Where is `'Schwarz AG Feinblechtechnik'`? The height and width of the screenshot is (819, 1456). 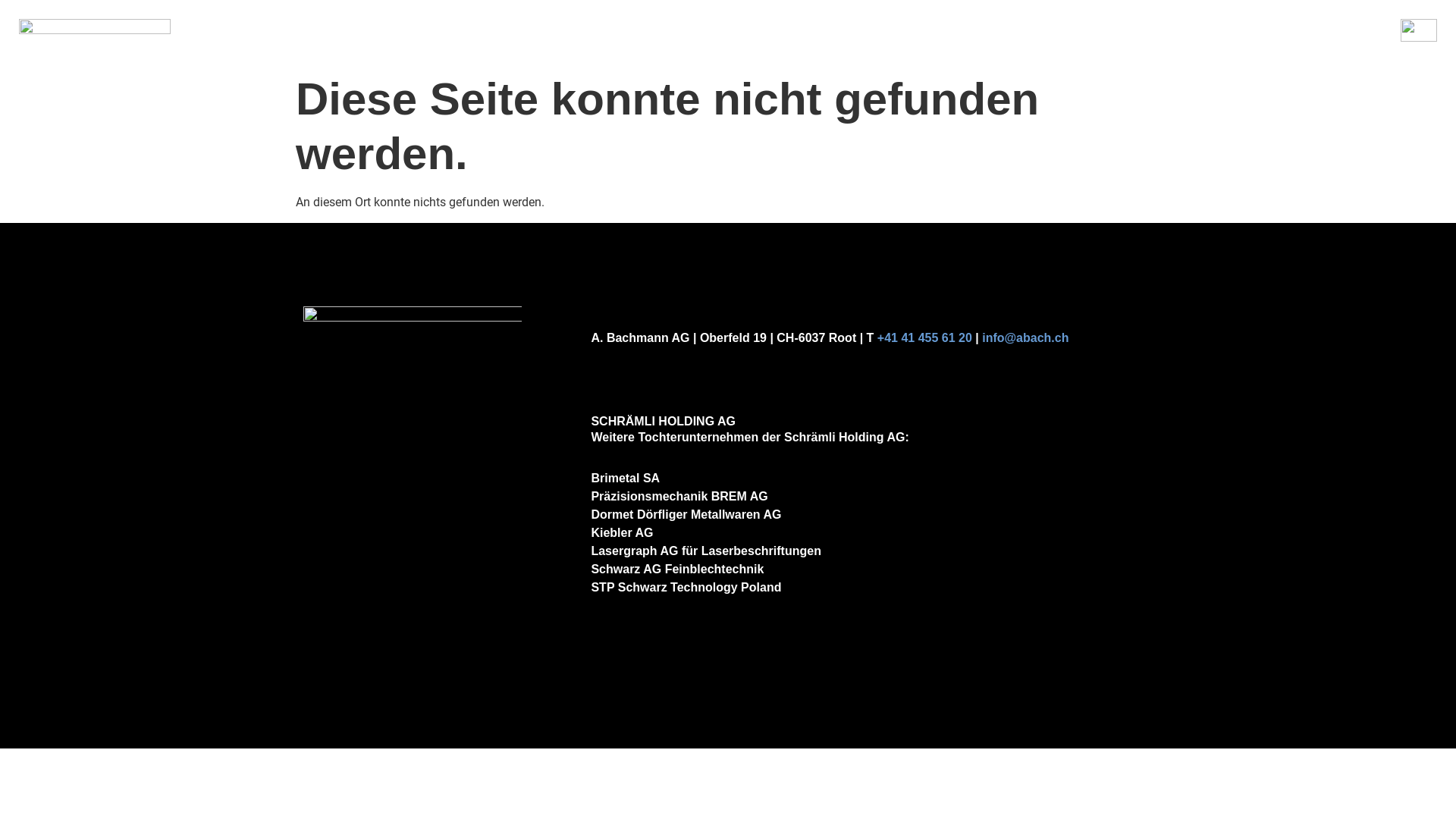
'Schwarz AG Feinblechtechnik' is located at coordinates (676, 569).